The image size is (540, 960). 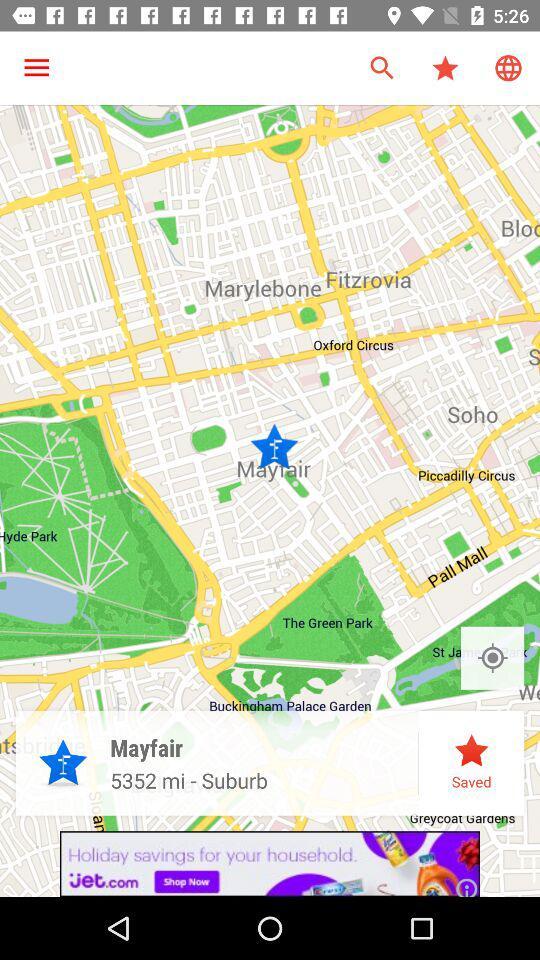 I want to click on the location_crosshair icon, so click(x=491, y=657).